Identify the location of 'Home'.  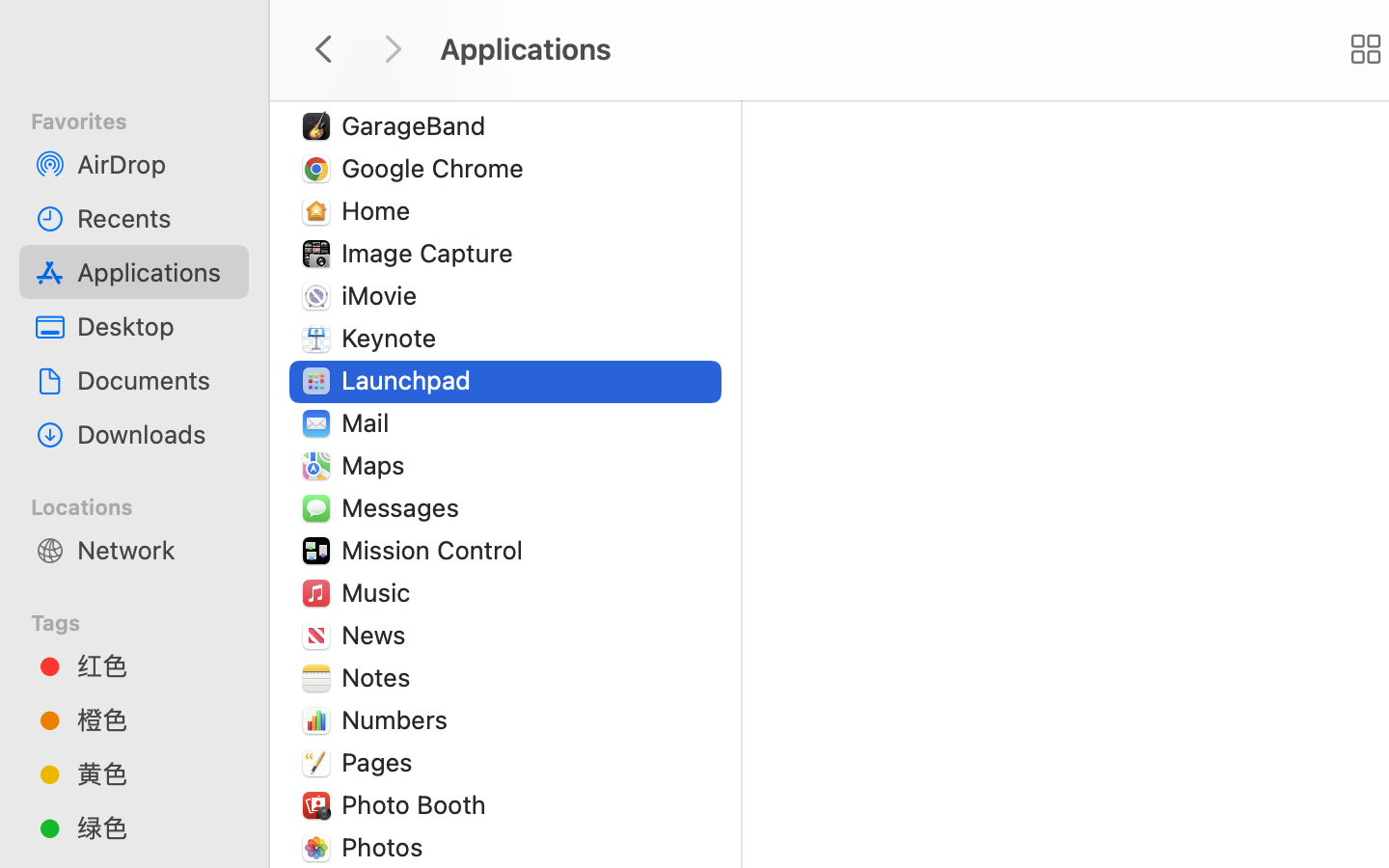
(378, 209).